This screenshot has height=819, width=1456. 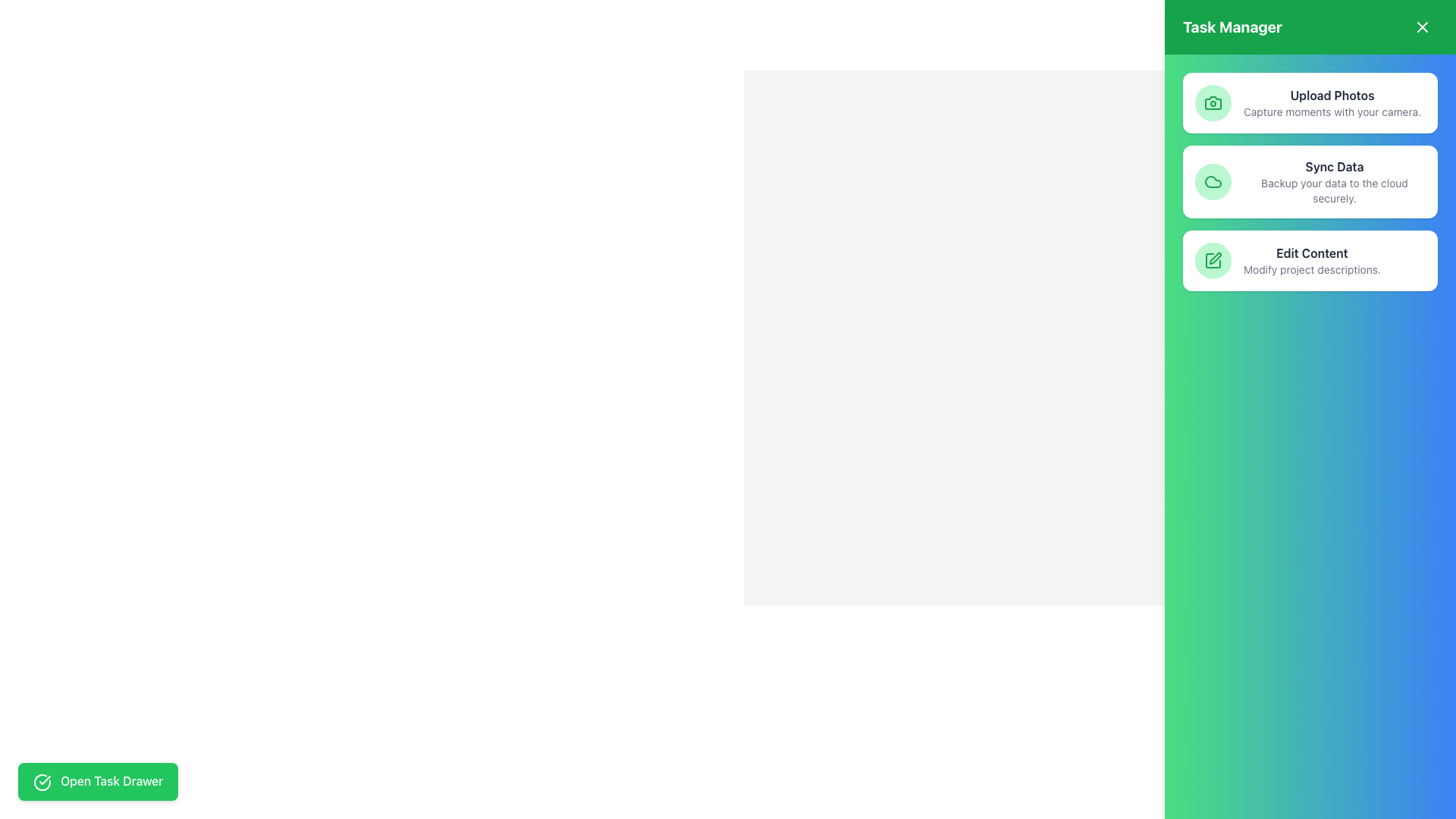 What do you see at coordinates (1335, 166) in the screenshot?
I see `the 'Sync Data' text label, which serves as a descriptive heading within the right-hand panel of the interface` at bounding box center [1335, 166].